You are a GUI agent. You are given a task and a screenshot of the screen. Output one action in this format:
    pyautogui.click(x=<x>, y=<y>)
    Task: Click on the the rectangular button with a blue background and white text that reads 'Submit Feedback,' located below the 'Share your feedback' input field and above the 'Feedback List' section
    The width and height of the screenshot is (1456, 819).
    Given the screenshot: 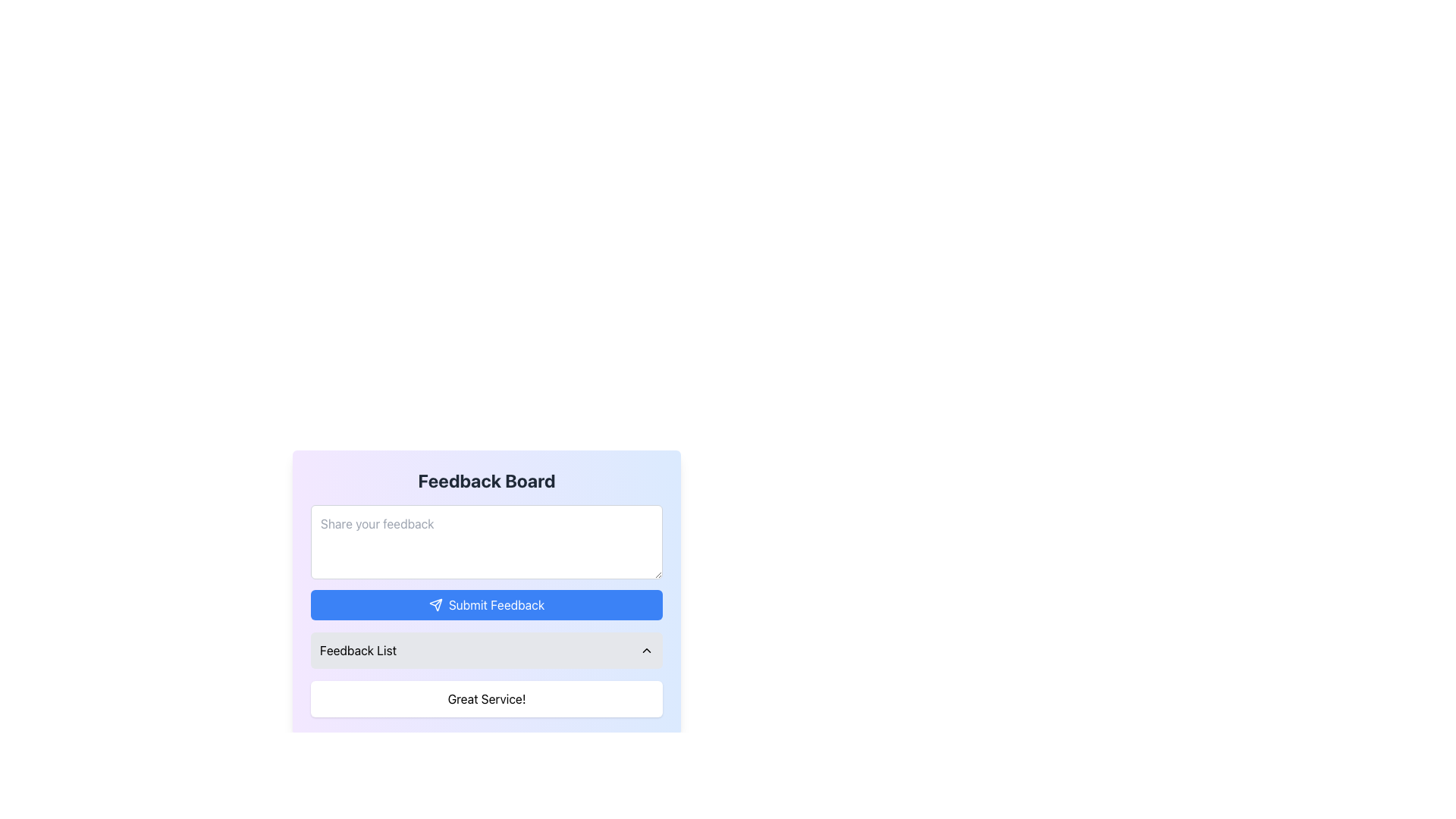 What is the action you would take?
    pyautogui.click(x=487, y=604)
    